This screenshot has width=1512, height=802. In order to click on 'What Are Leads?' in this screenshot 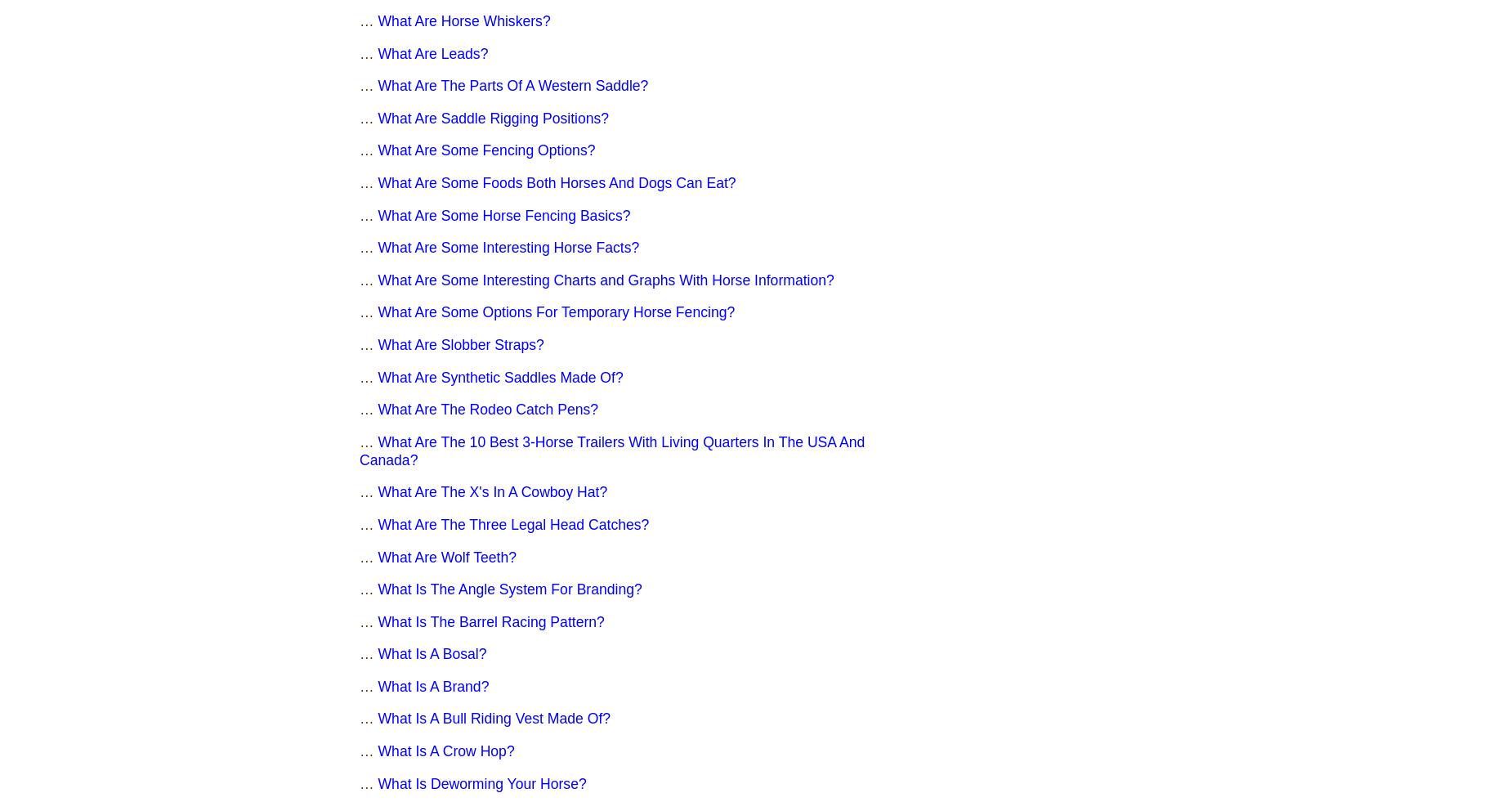, I will do `click(432, 52)`.